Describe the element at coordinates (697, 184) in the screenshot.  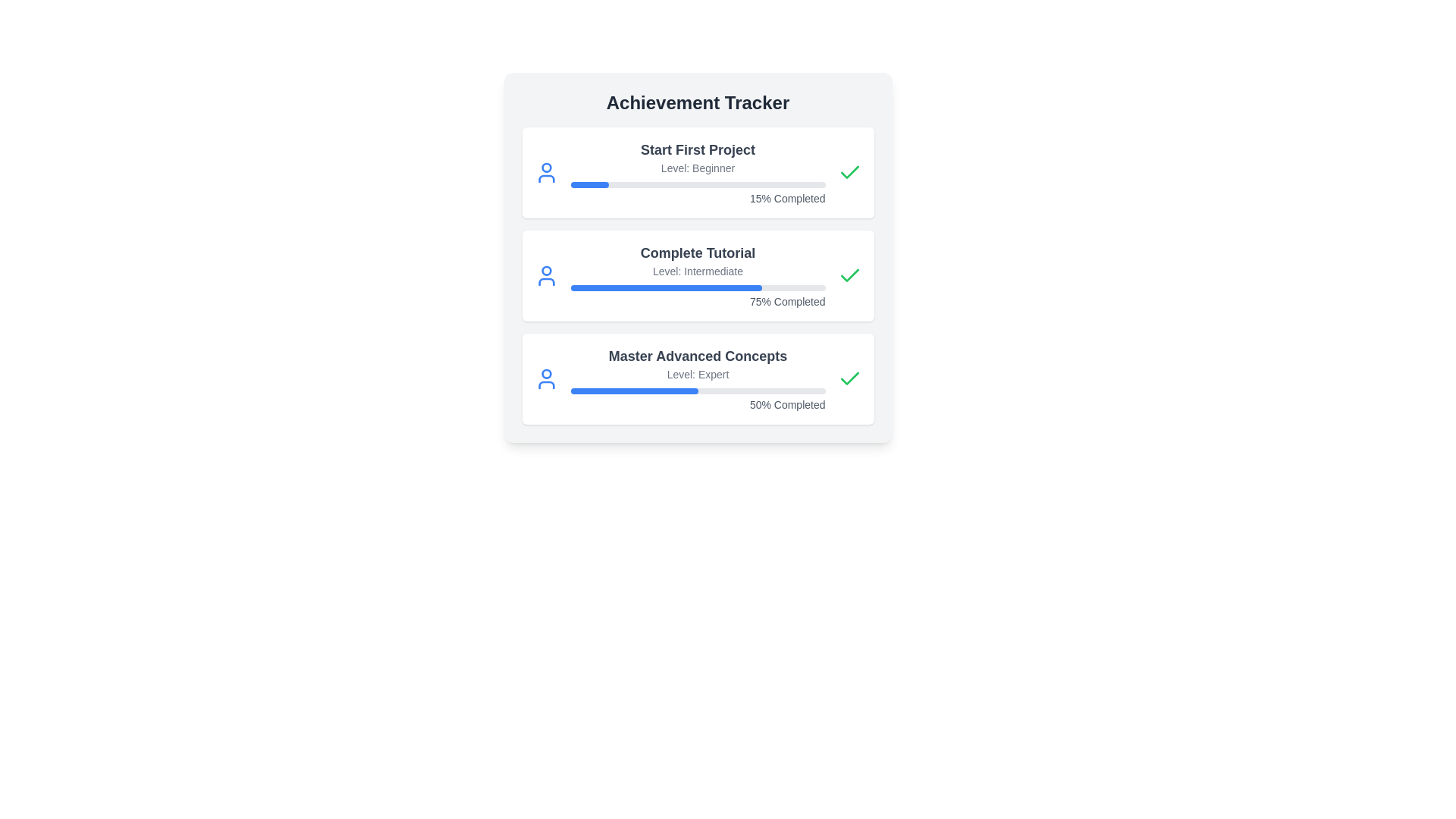
I see `the progress bar styled as a gray horizontal bar with rounded edges, located in the Achievement Tracker panel under the 'Start First Project' title and above the '15% Completed' label` at that location.